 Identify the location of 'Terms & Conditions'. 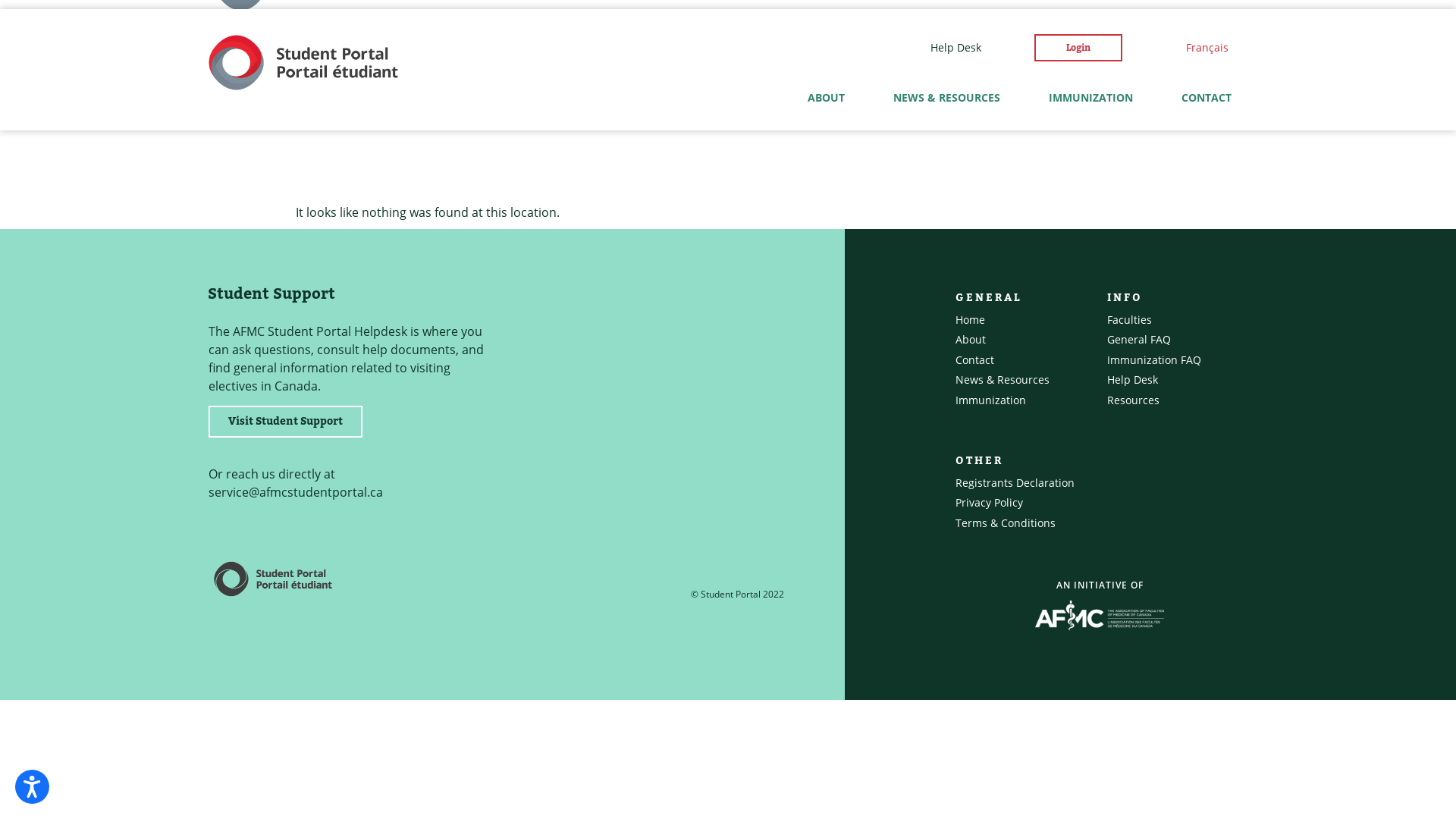
(1005, 522).